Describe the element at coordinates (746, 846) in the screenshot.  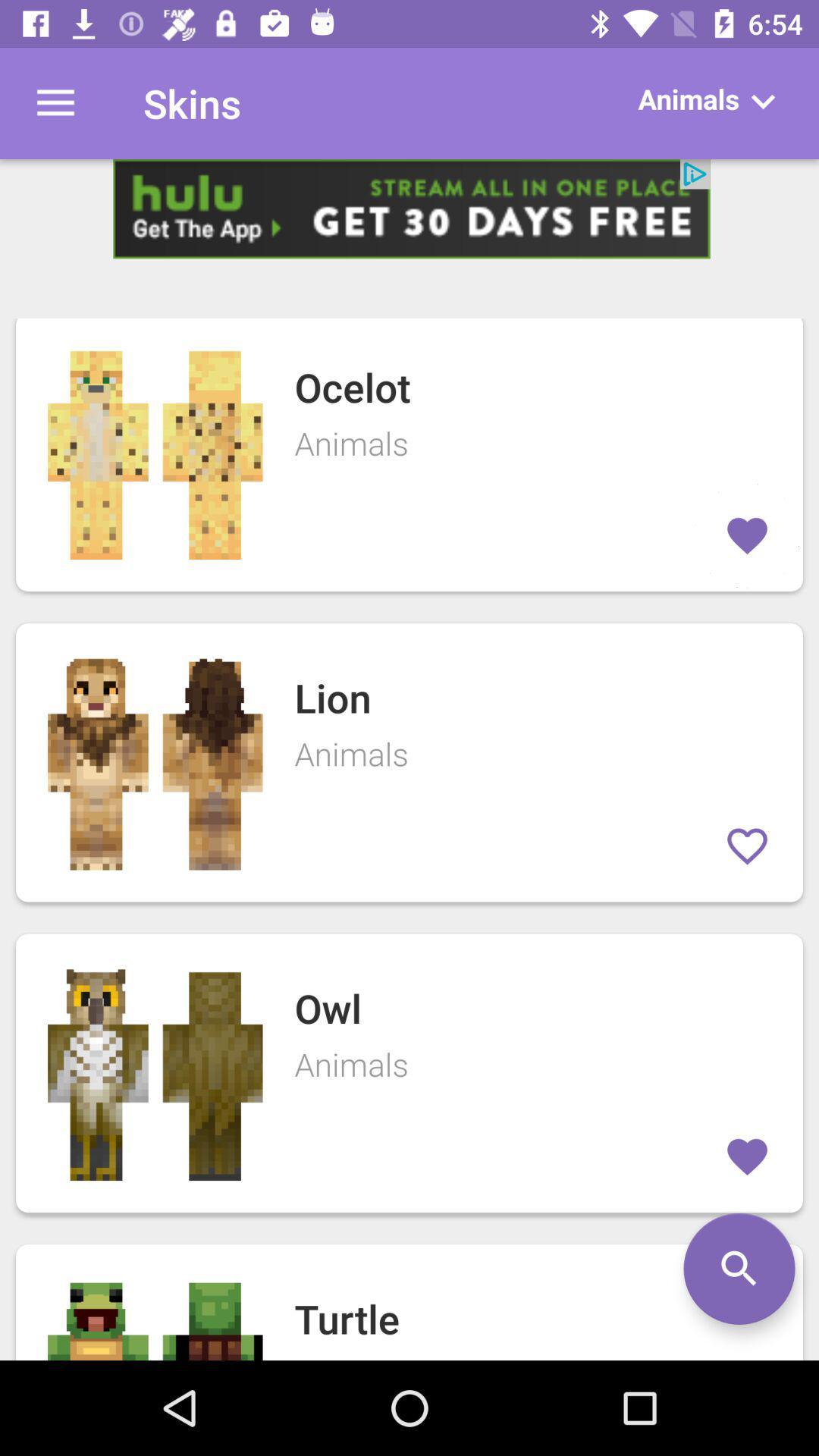
I see `the second  frames love icon` at that location.